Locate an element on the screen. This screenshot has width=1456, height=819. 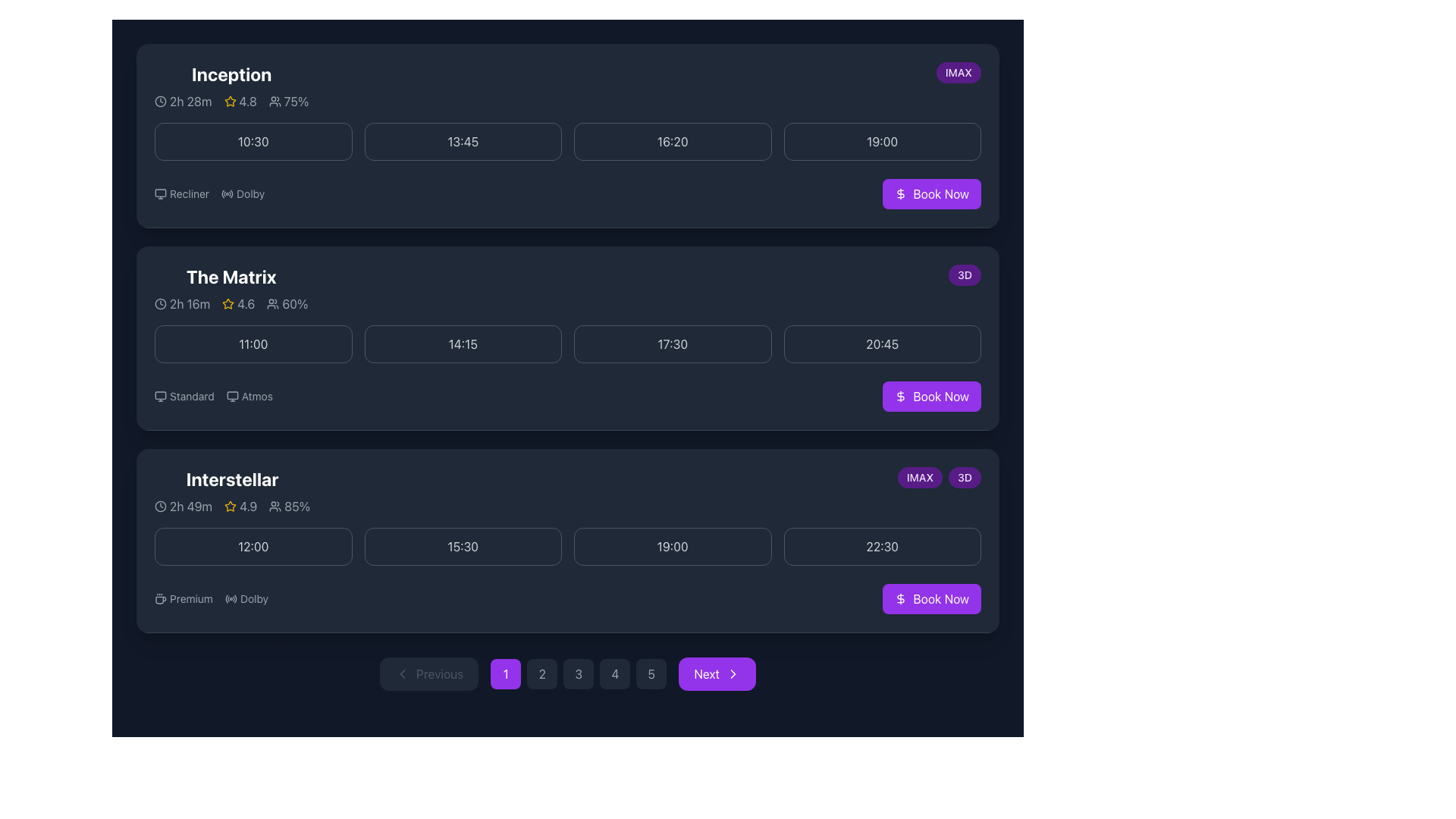
the informational Text label with icons indicating movie format or experience features located at the bottom left of the movie 'Interstellar' details block, positioned below the timing options and above pagination controls is located at coordinates (210, 598).